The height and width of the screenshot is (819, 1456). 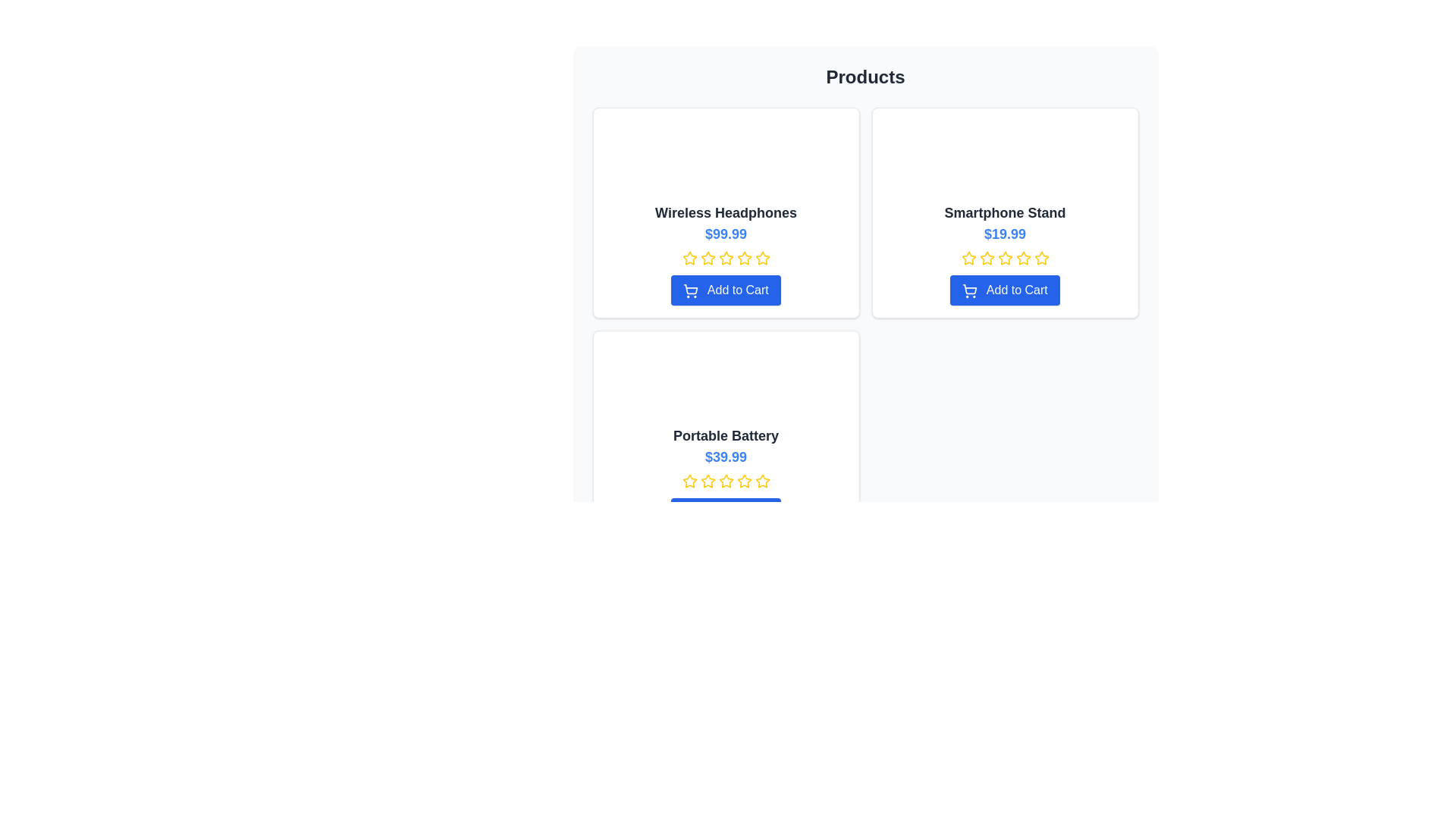 What do you see at coordinates (707, 257) in the screenshot?
I see `the third star icon in the horizontal group of five rating star icons under the 'Wireless Headphones' product card` at bounding box center [707, 257].